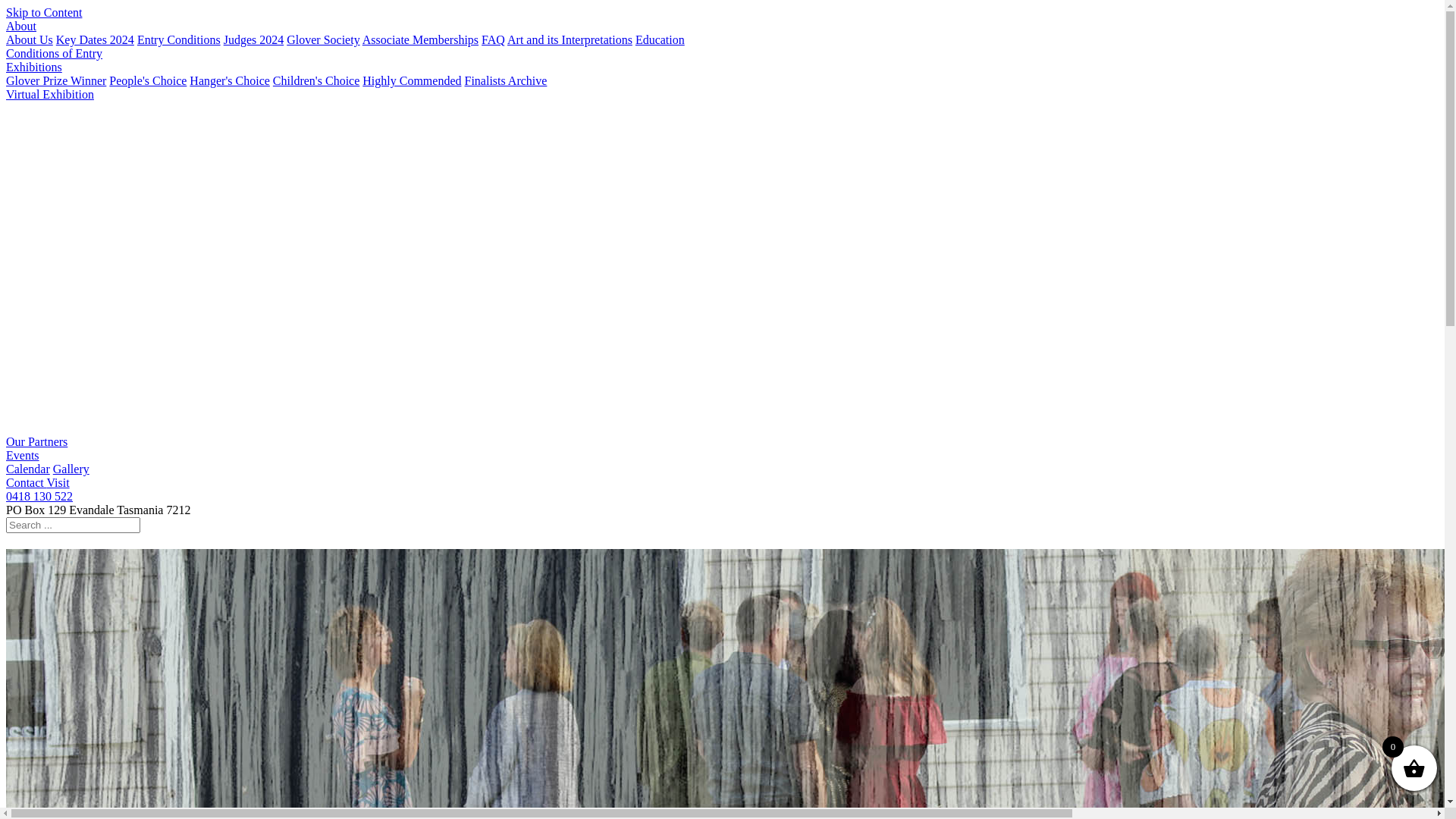 This screenshot has height=819, width=1456. What do you see at coordinates (72, 524) in the screenshot?
I see `'Search for:'` at bounding box center [72, 524].